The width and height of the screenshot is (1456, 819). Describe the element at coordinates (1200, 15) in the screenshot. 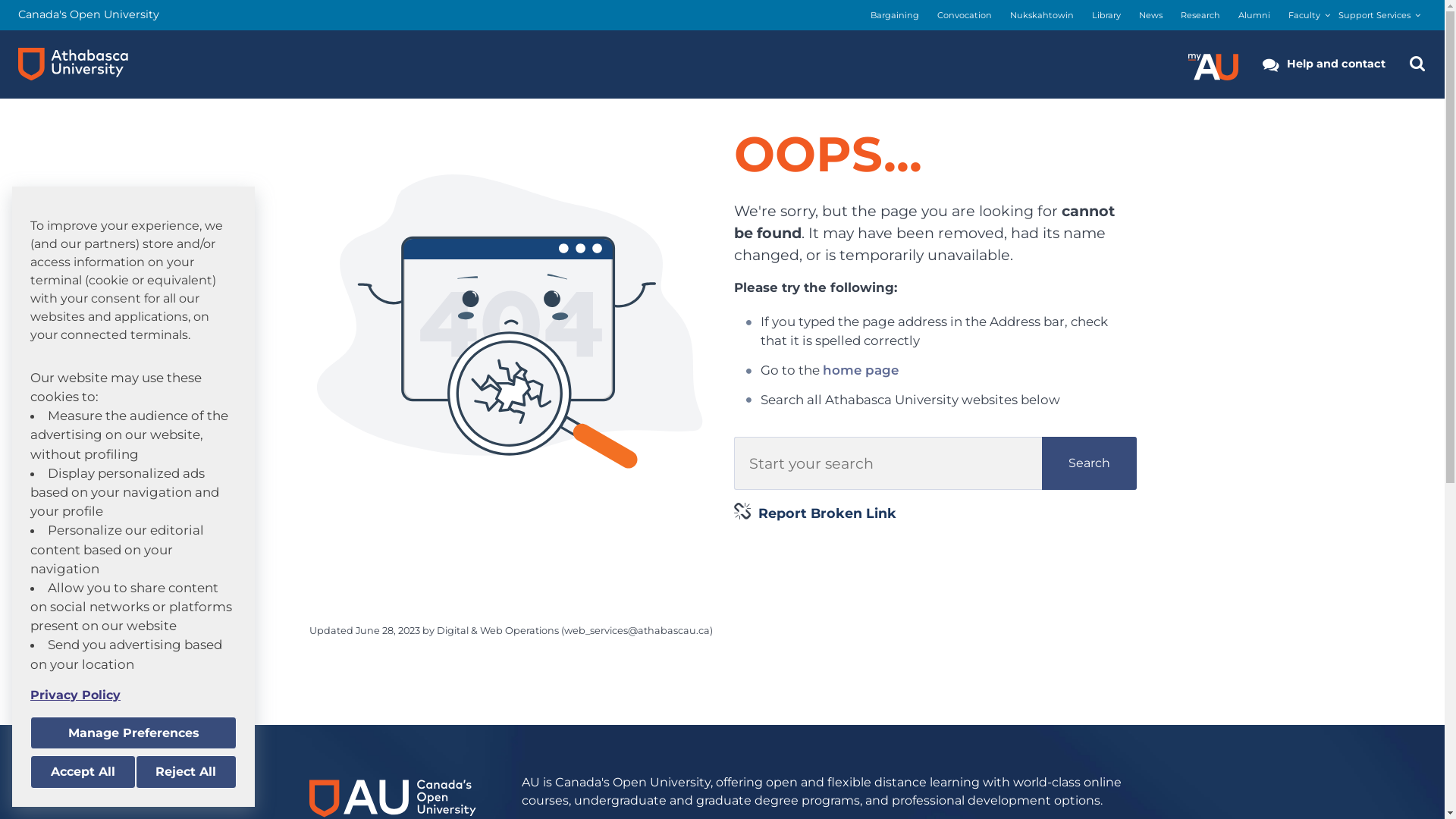

I see `'Research'` at that location.